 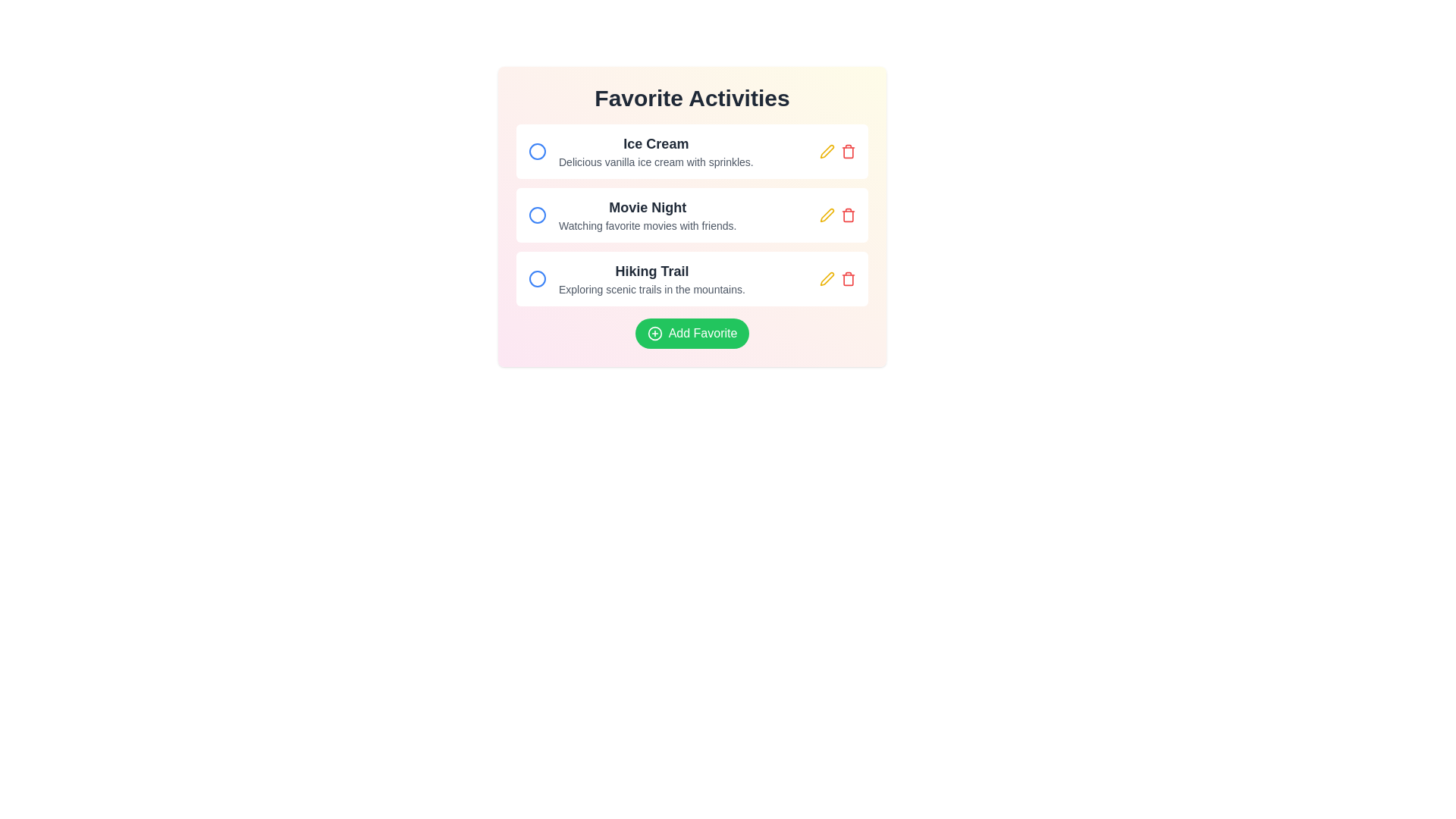 I want to click on information from the text content block that serves as the first item in the list of favorite activities, located beneath the header 'Favorite Activities', so click(x=656, y=152).